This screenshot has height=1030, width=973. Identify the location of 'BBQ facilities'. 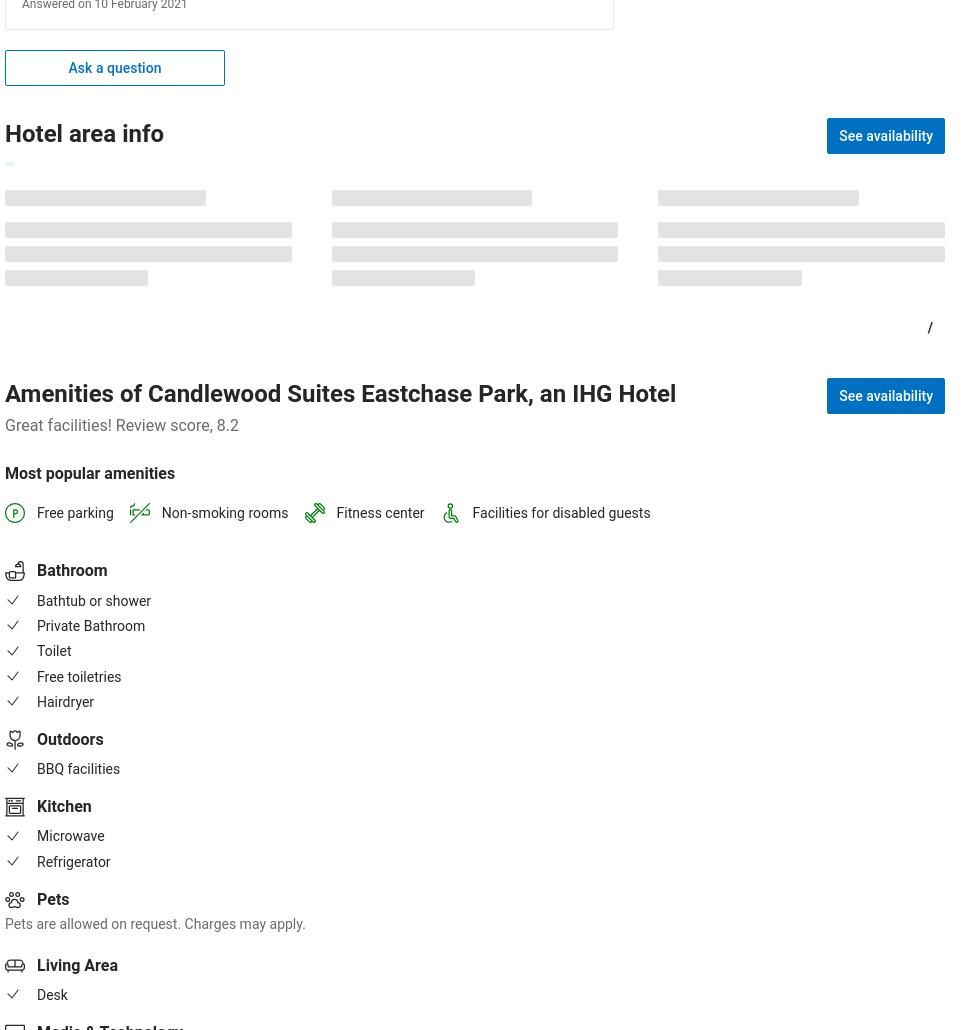
(77, 768).